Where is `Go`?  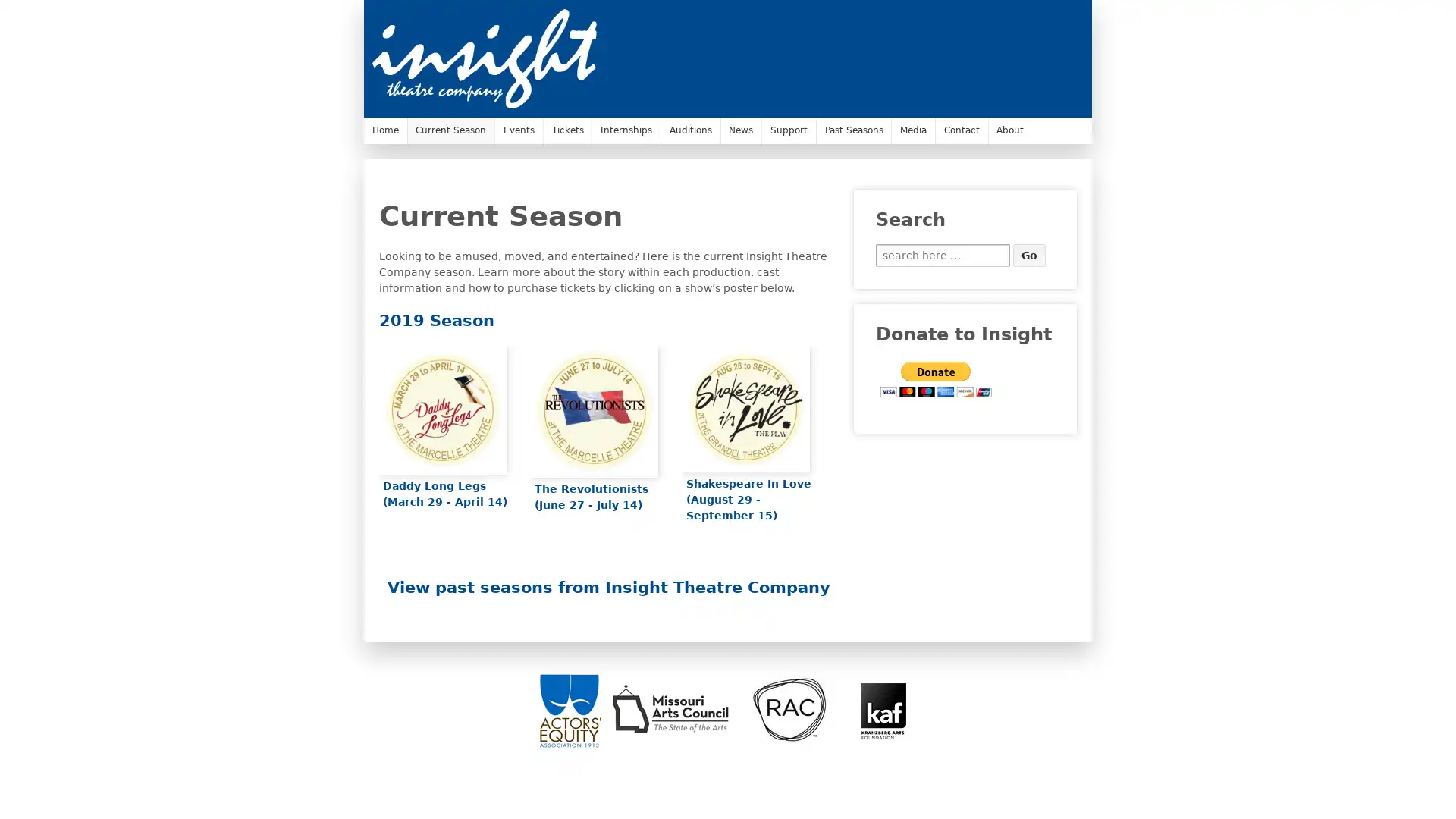
Go is located at coordinates (1029, 254).